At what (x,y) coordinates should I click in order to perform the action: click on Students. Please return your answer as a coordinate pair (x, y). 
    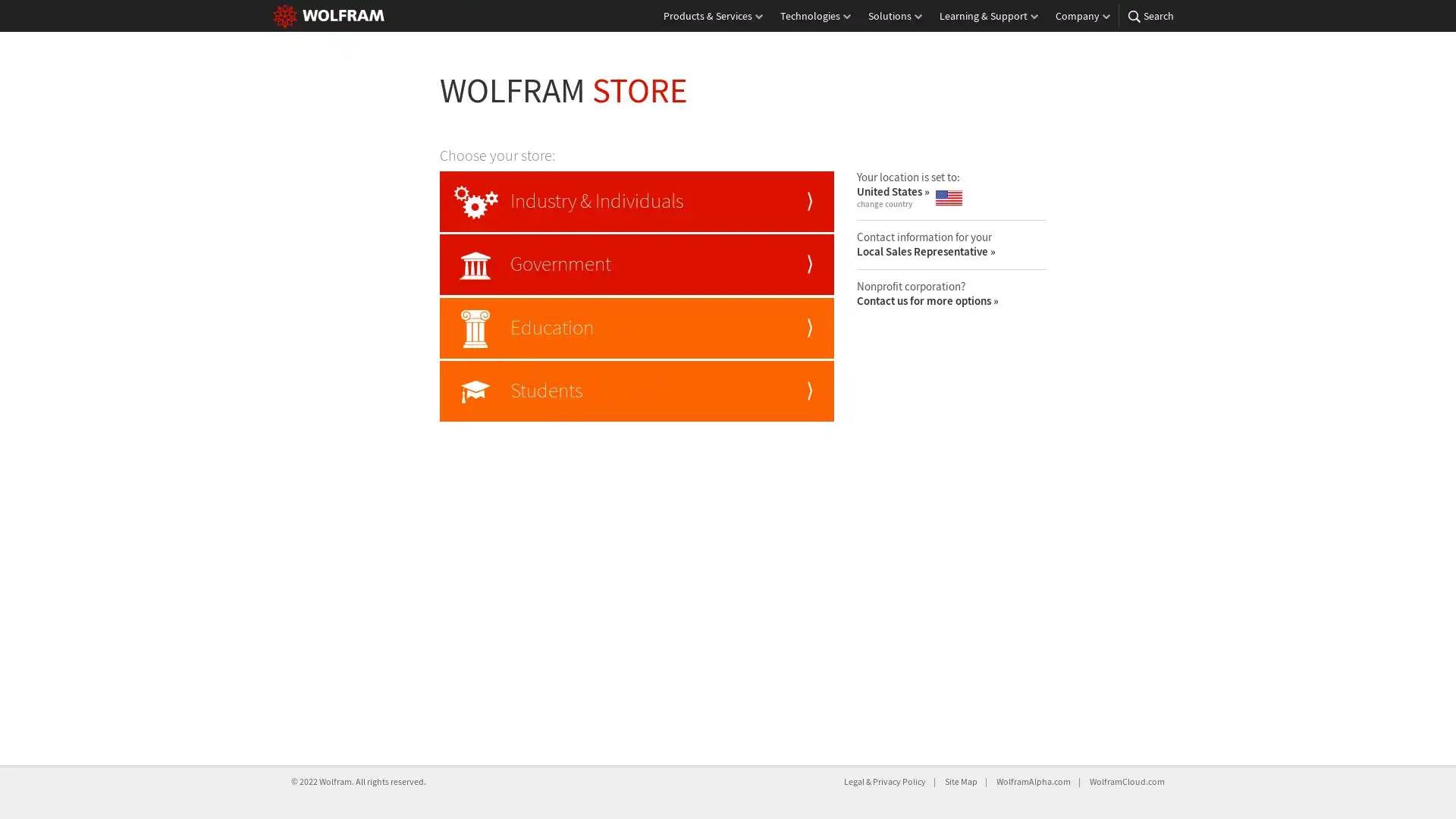
    Looking at the image, I should click on (637, 391).